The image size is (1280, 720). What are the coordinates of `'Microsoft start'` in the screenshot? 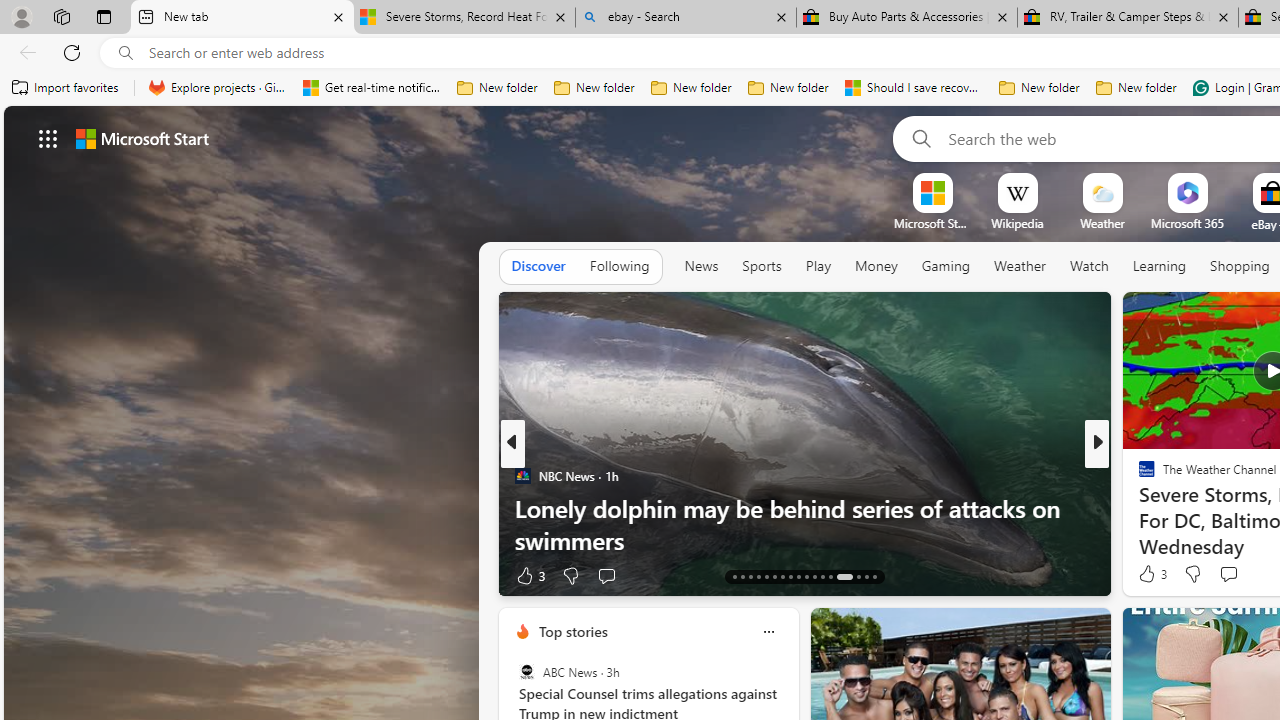 It's located at (141, 137).